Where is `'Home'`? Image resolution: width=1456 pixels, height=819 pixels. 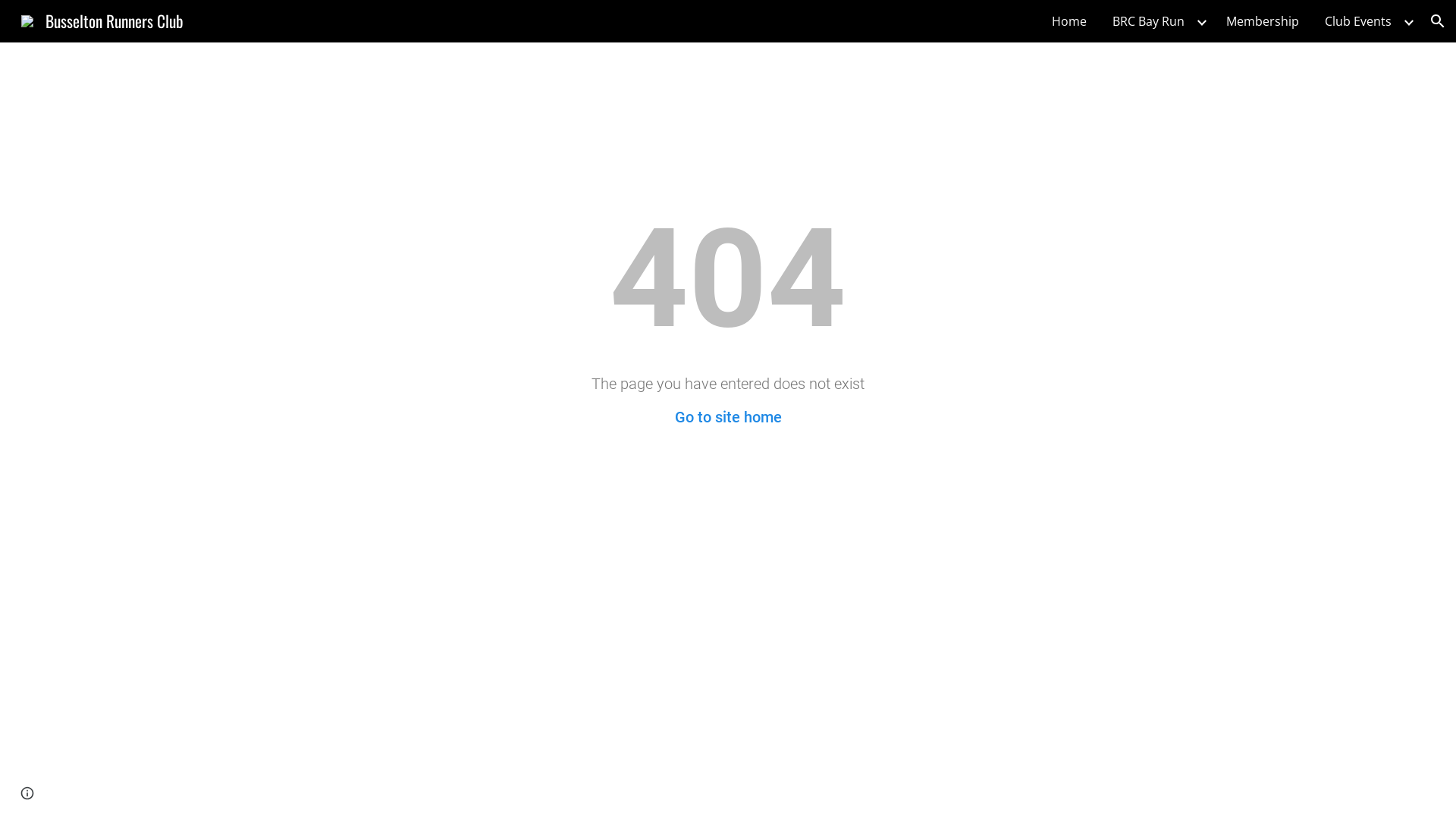
'Home' is located at coordinates (1068, 20).